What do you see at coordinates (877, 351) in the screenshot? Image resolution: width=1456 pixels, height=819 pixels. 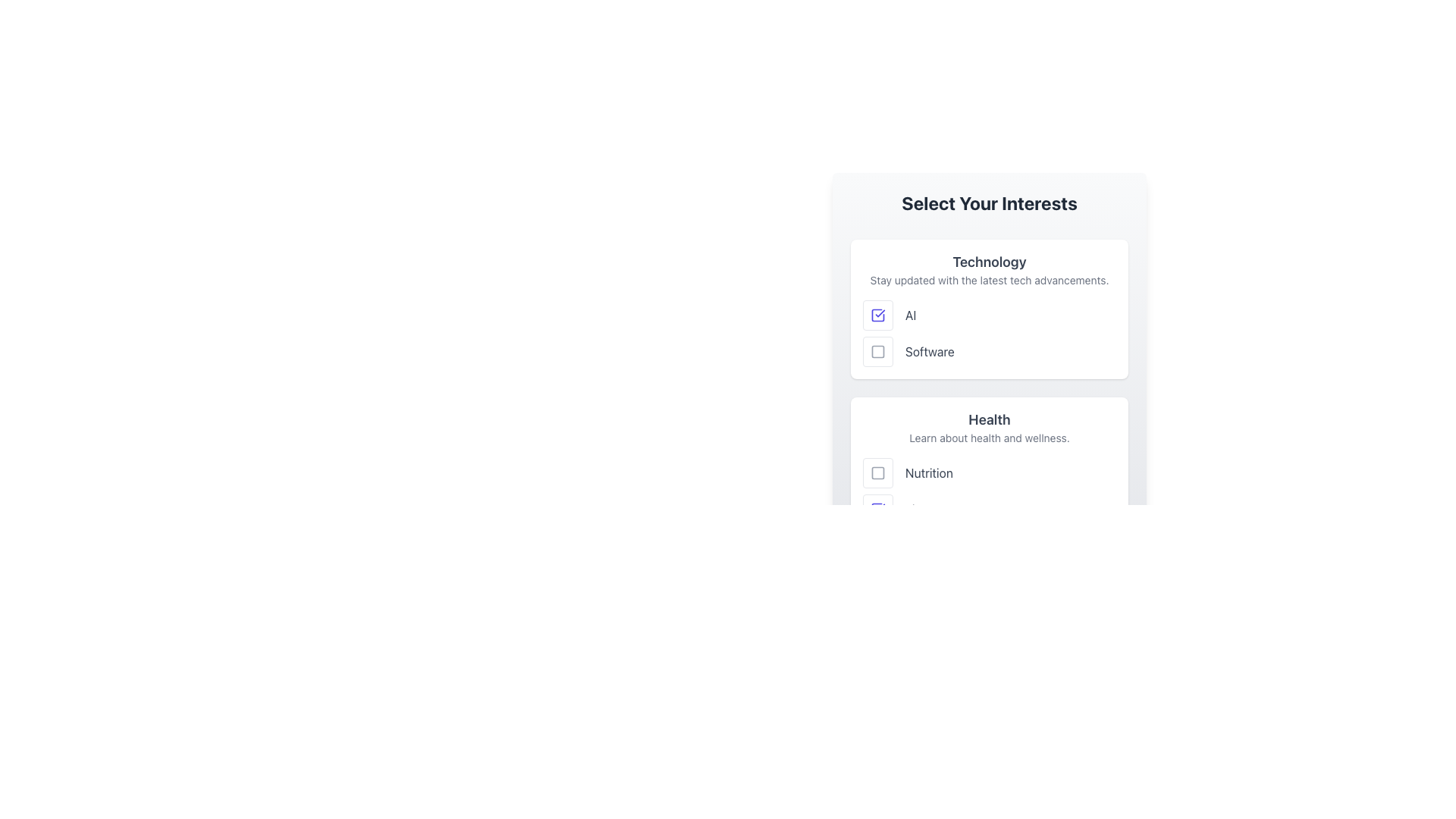 I see `the 'Software' selection checkbox within the 'Technology' category` at bounding box center [877, 351].